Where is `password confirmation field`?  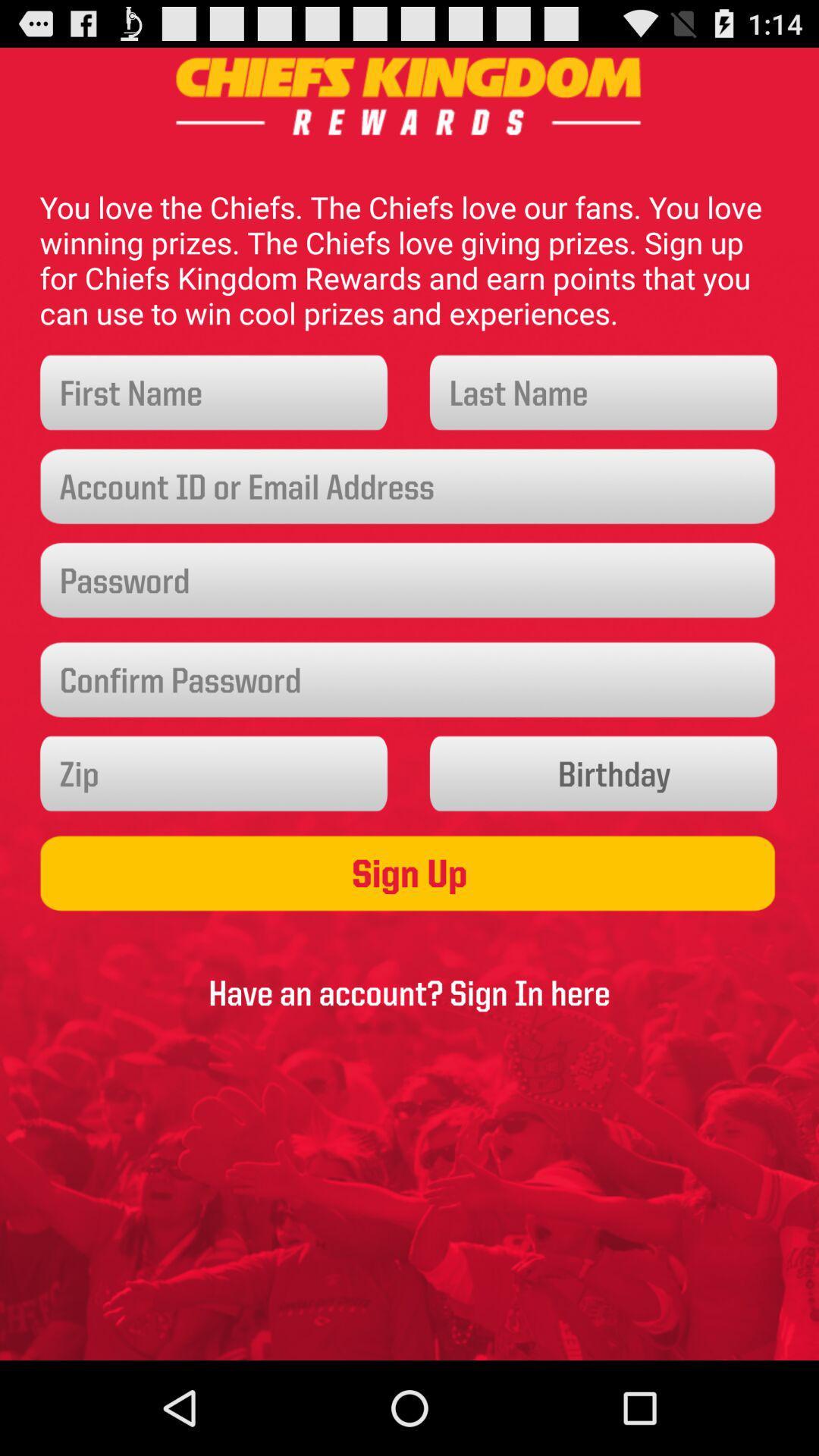
password confirmation field is located at coordinates (409, 679).